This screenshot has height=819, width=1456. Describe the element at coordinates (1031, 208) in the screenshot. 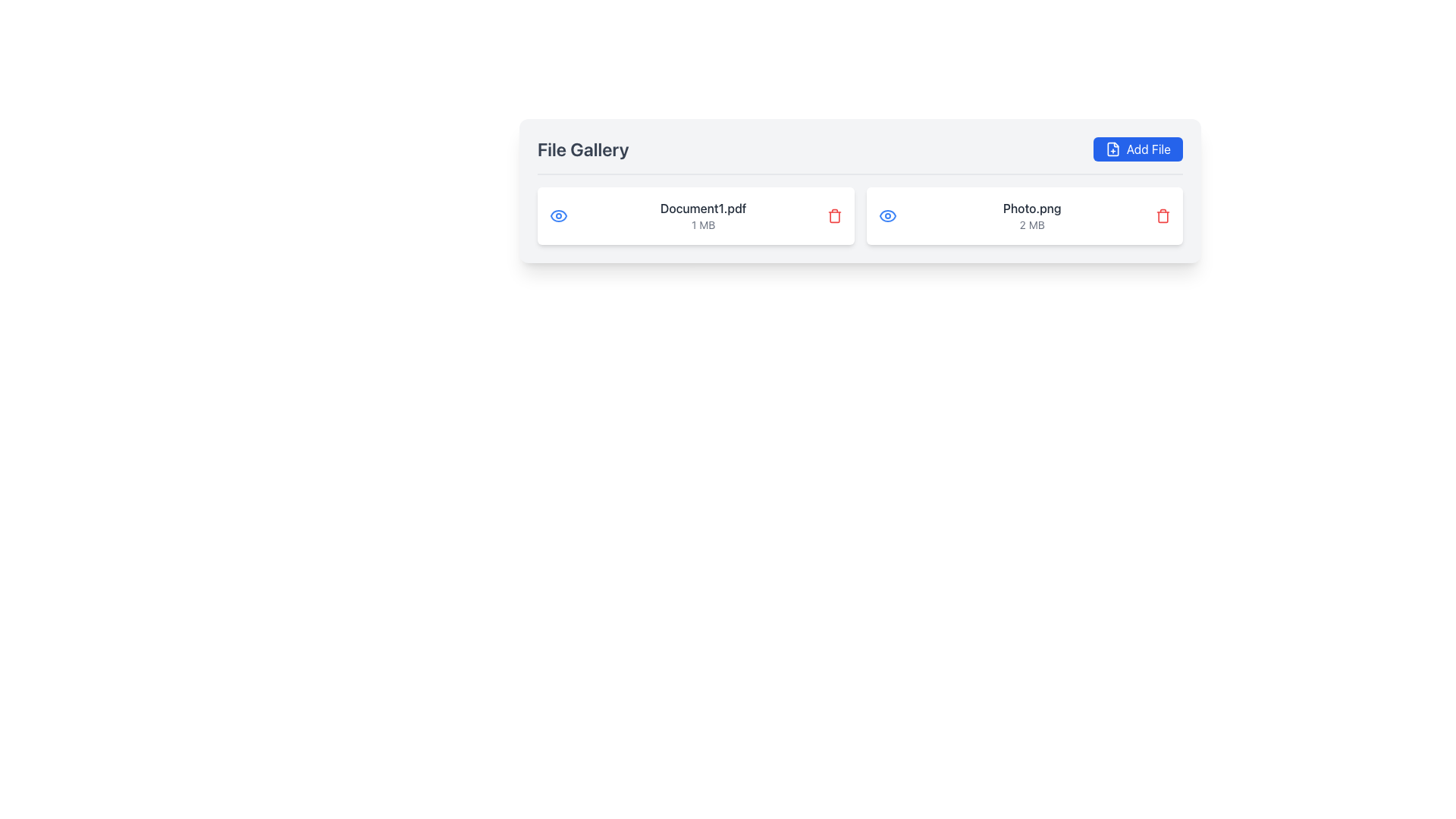

I see `the static text displaying the file name 'Photo.png' located in the 'File Gallery' section` at that location.